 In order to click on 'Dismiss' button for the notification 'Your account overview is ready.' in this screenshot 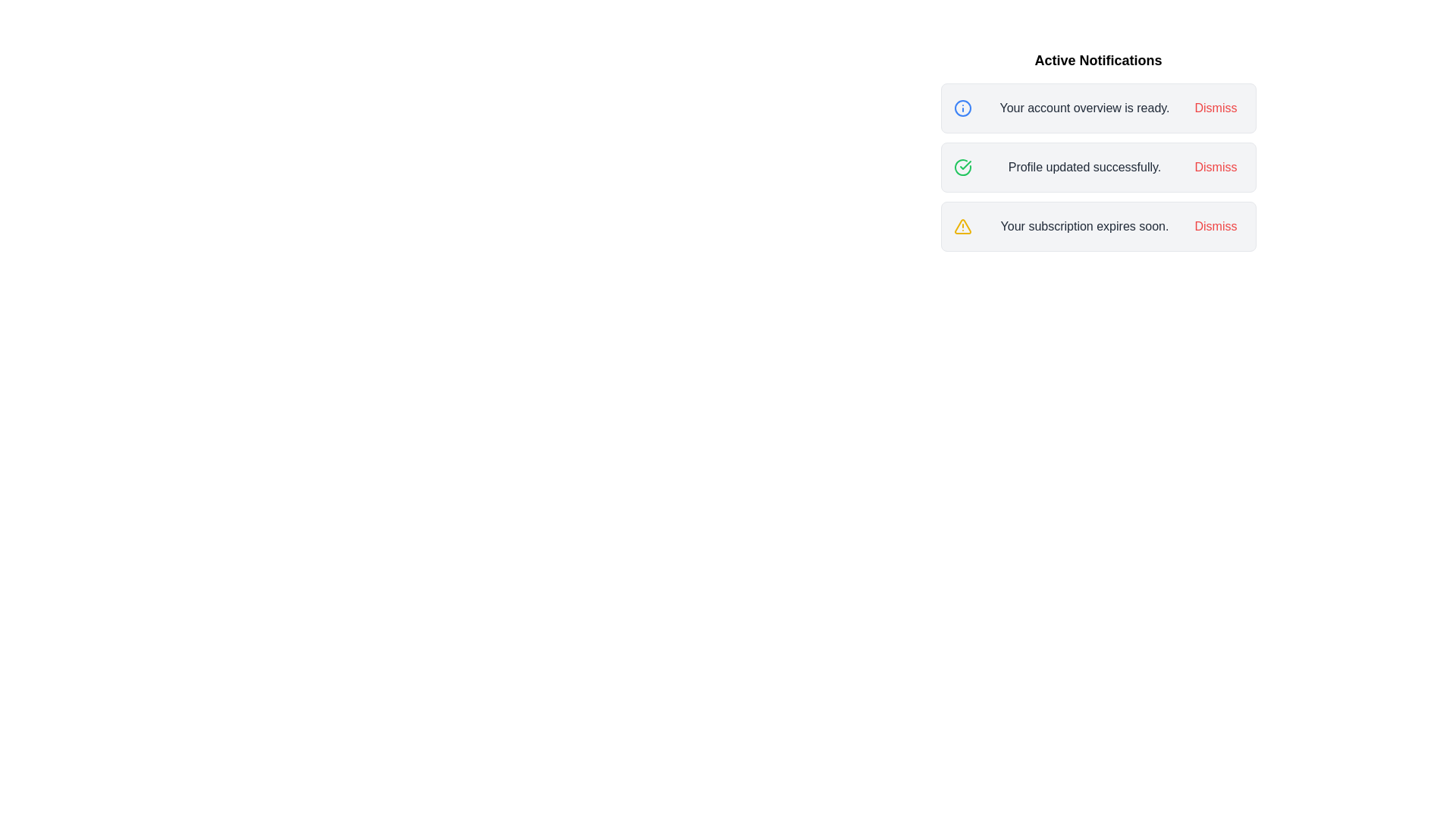, I will do `click(1216, 107)`.